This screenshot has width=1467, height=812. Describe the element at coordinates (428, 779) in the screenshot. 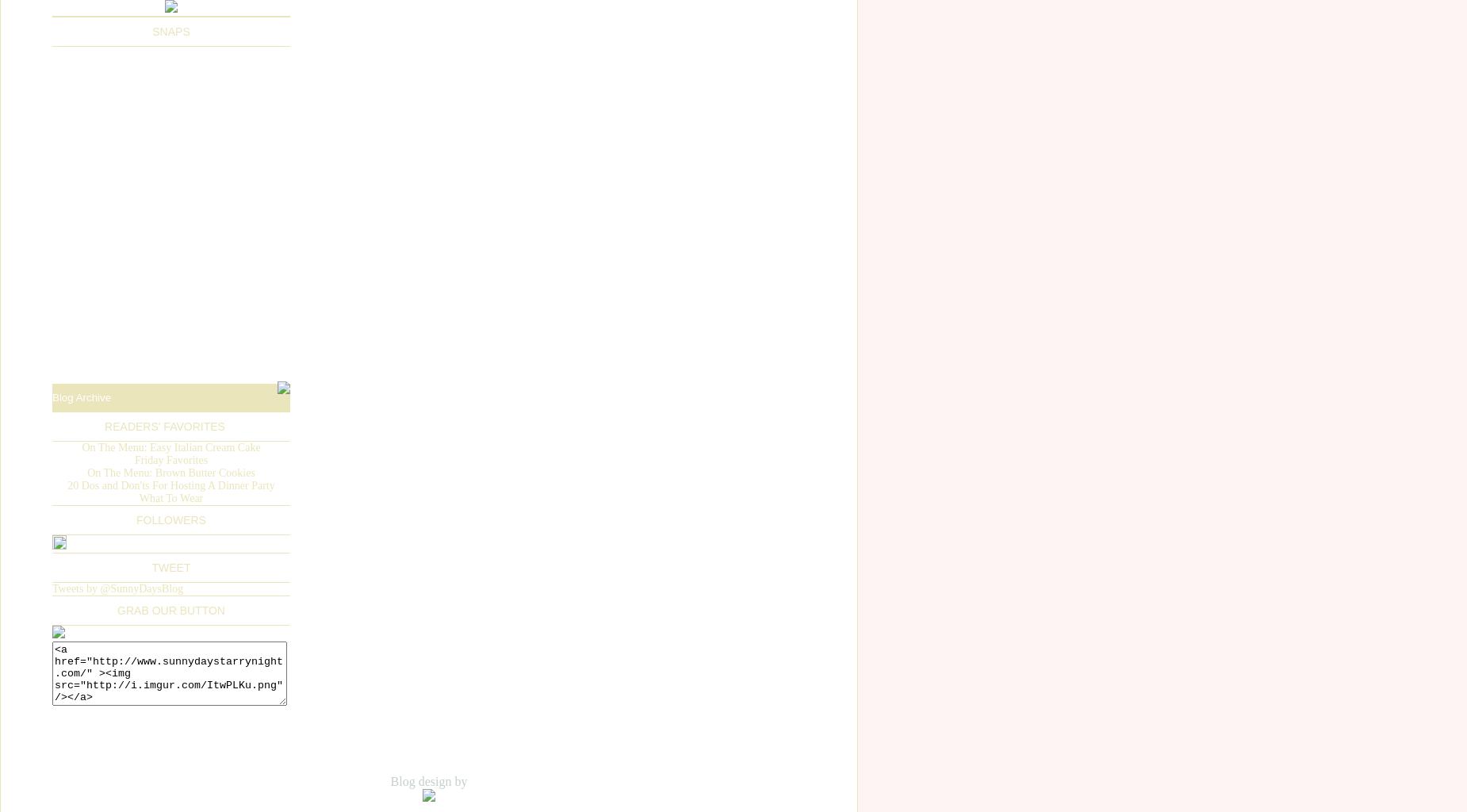

I see `'Blog design by'` at that location.